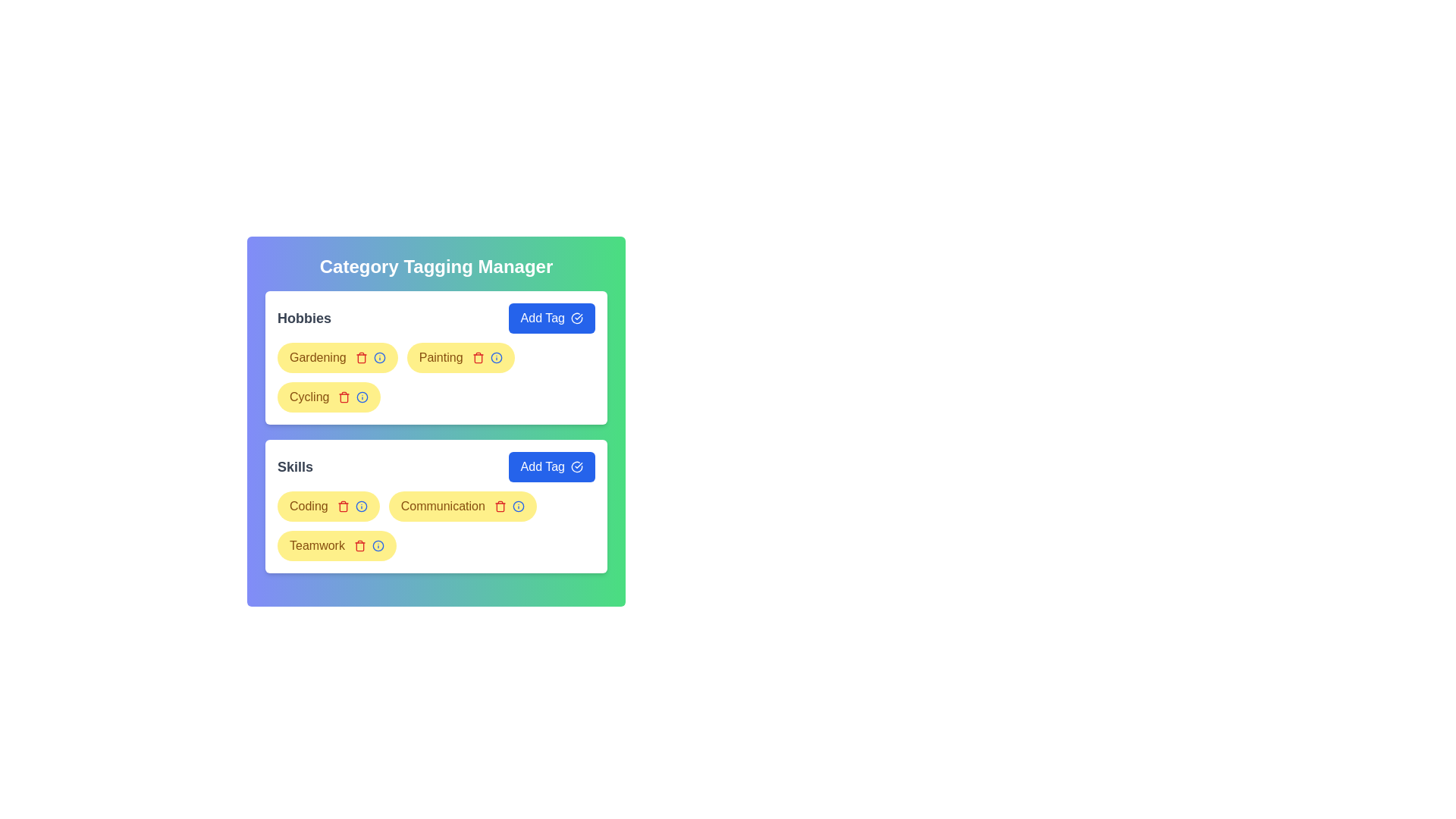 Image resolution: width=1456 pixels, height=819 pixels. Describe the element at coordinates (360, 357) in the screenshot. I see `the trash icon button, which is visually represented in red and located next to the text 'Gardening' within the 'Hobbies' category` at that location.